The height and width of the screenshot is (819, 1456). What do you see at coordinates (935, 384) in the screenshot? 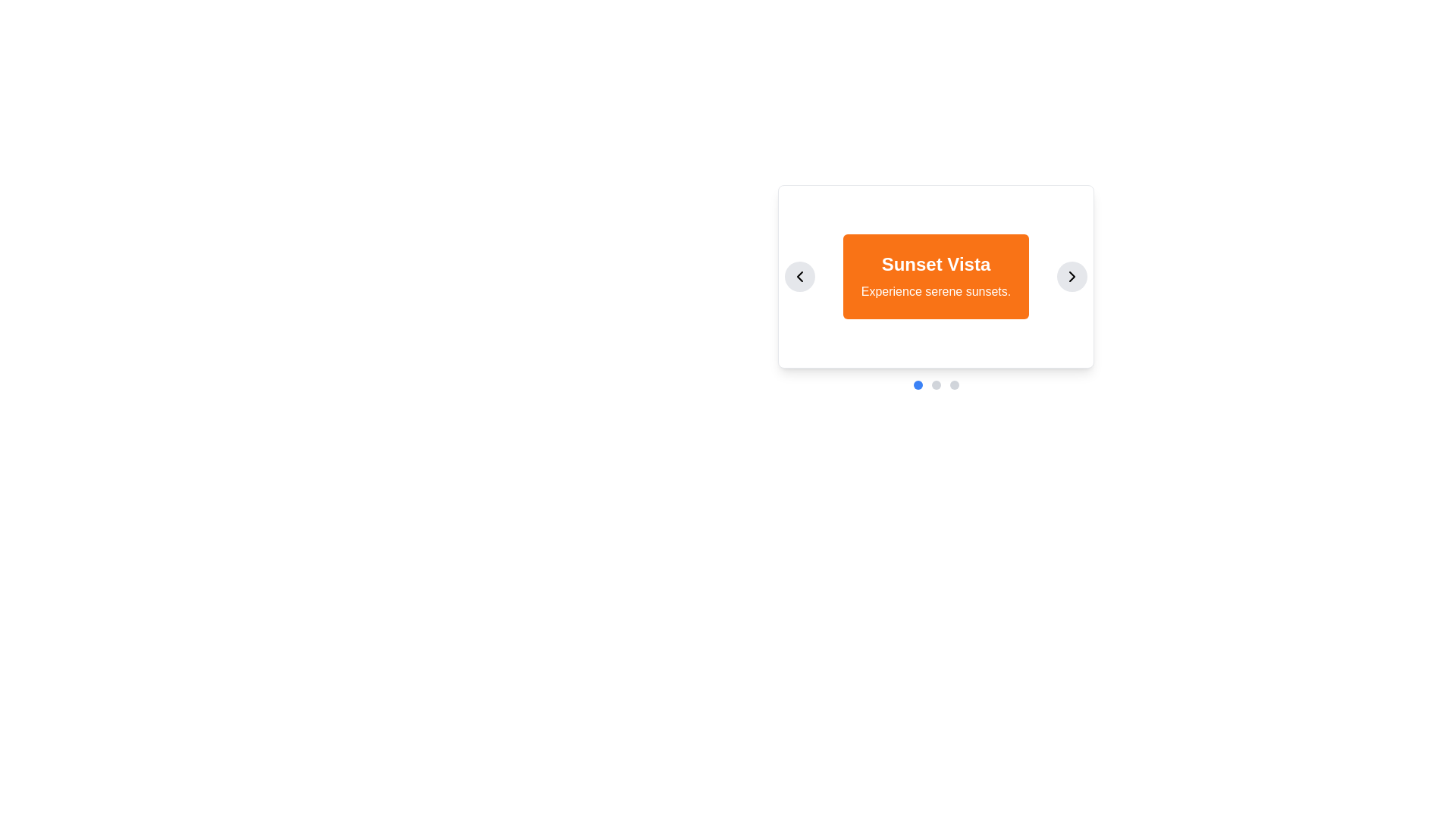
I see `the second circular navigation dot, which is light gray and positioned centrally under the carousel` at bounding box center [935, 384].